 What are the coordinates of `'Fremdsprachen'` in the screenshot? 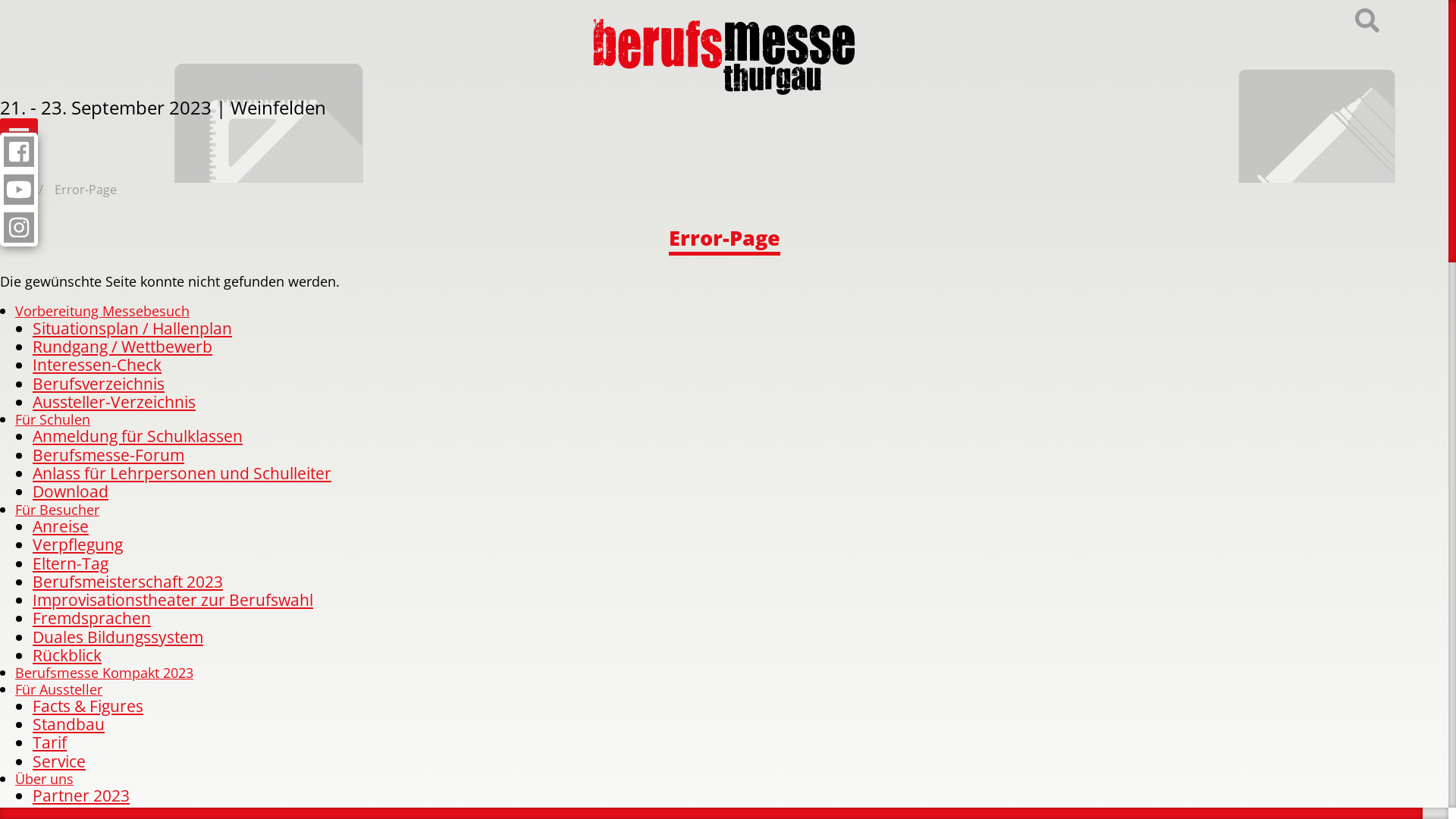 It's located at (90, 617).